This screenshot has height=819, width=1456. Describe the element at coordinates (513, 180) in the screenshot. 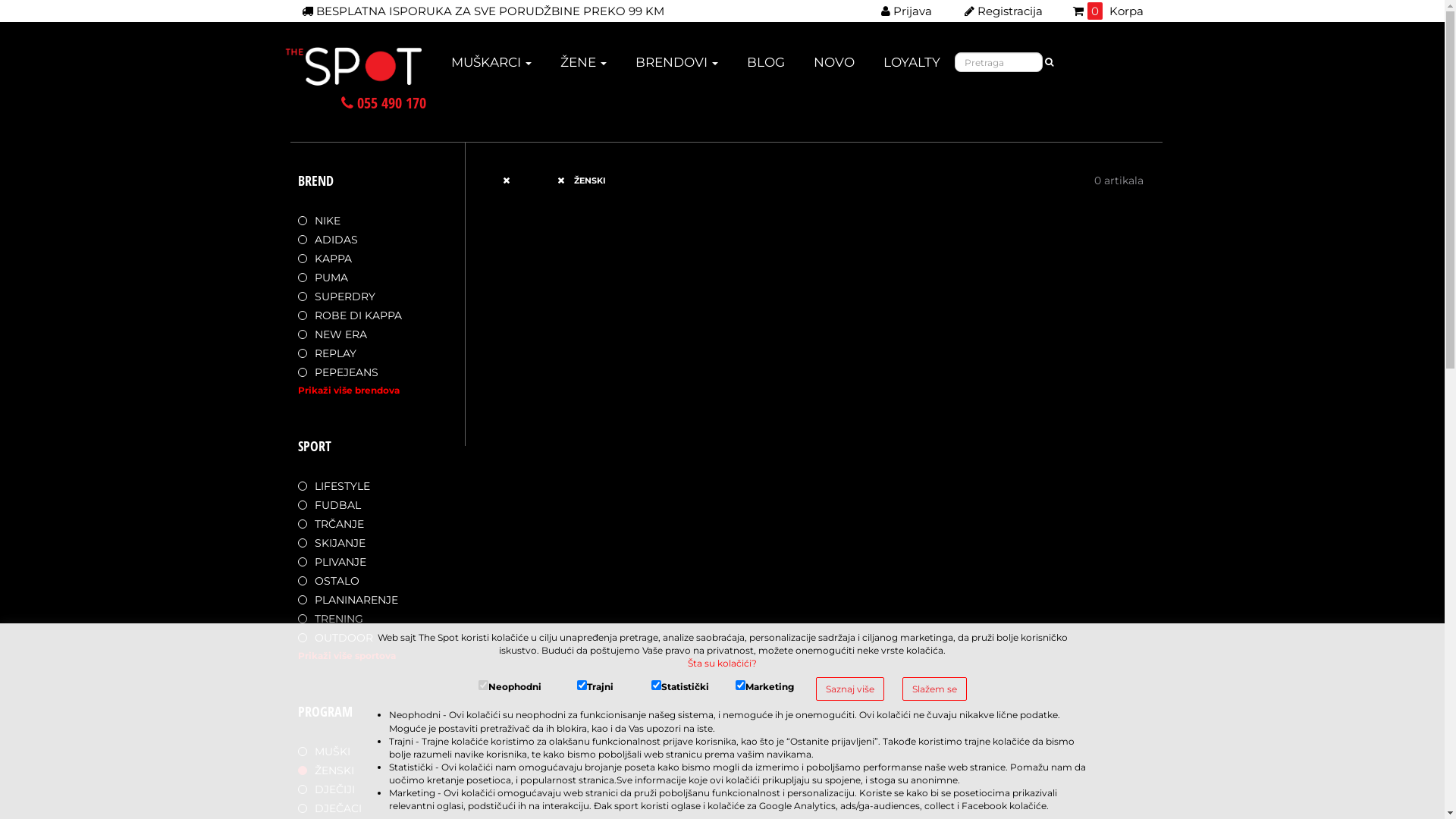

I see `'Ukloni airmax97'` at that location.